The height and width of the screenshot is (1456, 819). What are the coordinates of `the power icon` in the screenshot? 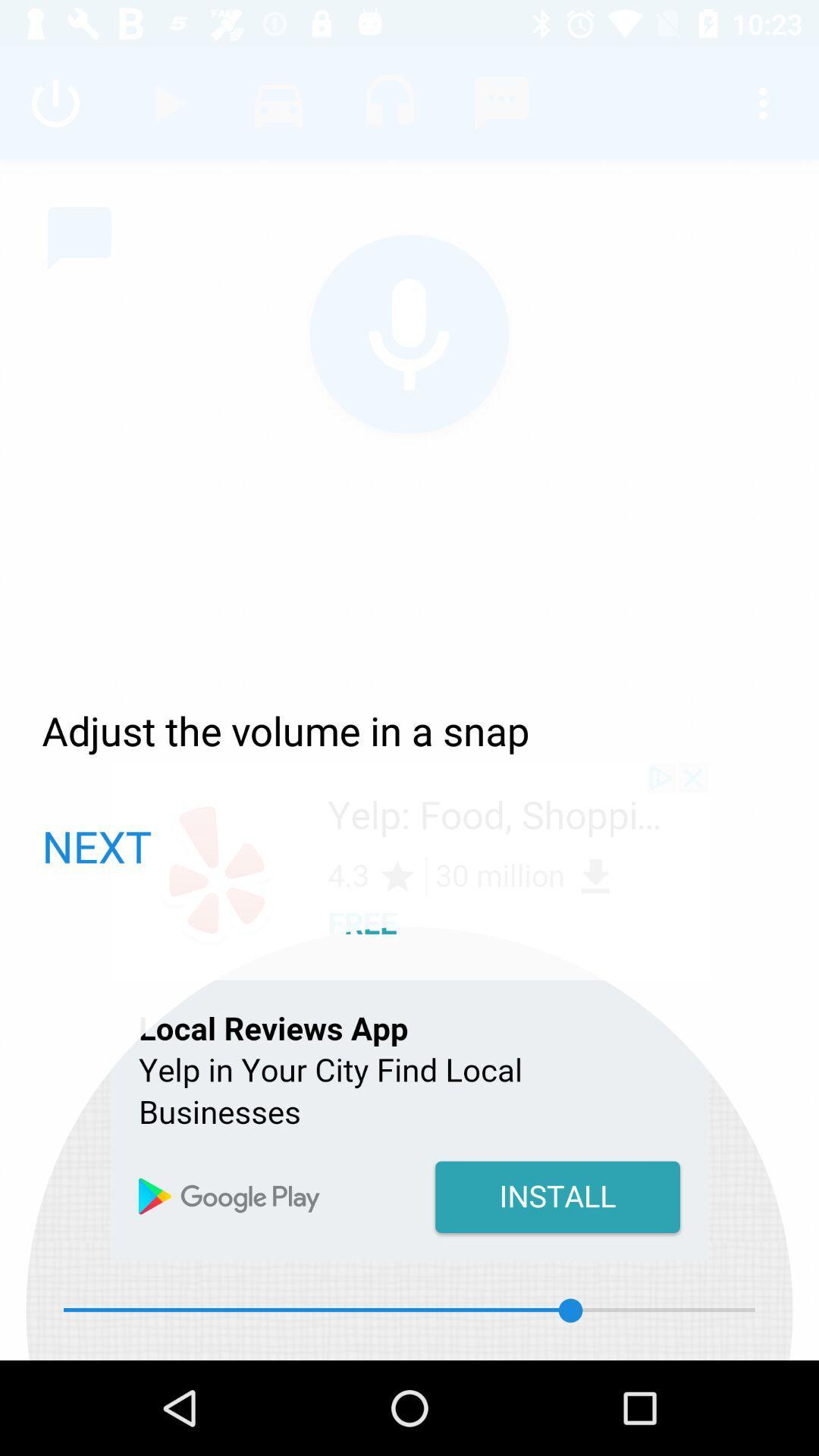 It's located at (55, 102).